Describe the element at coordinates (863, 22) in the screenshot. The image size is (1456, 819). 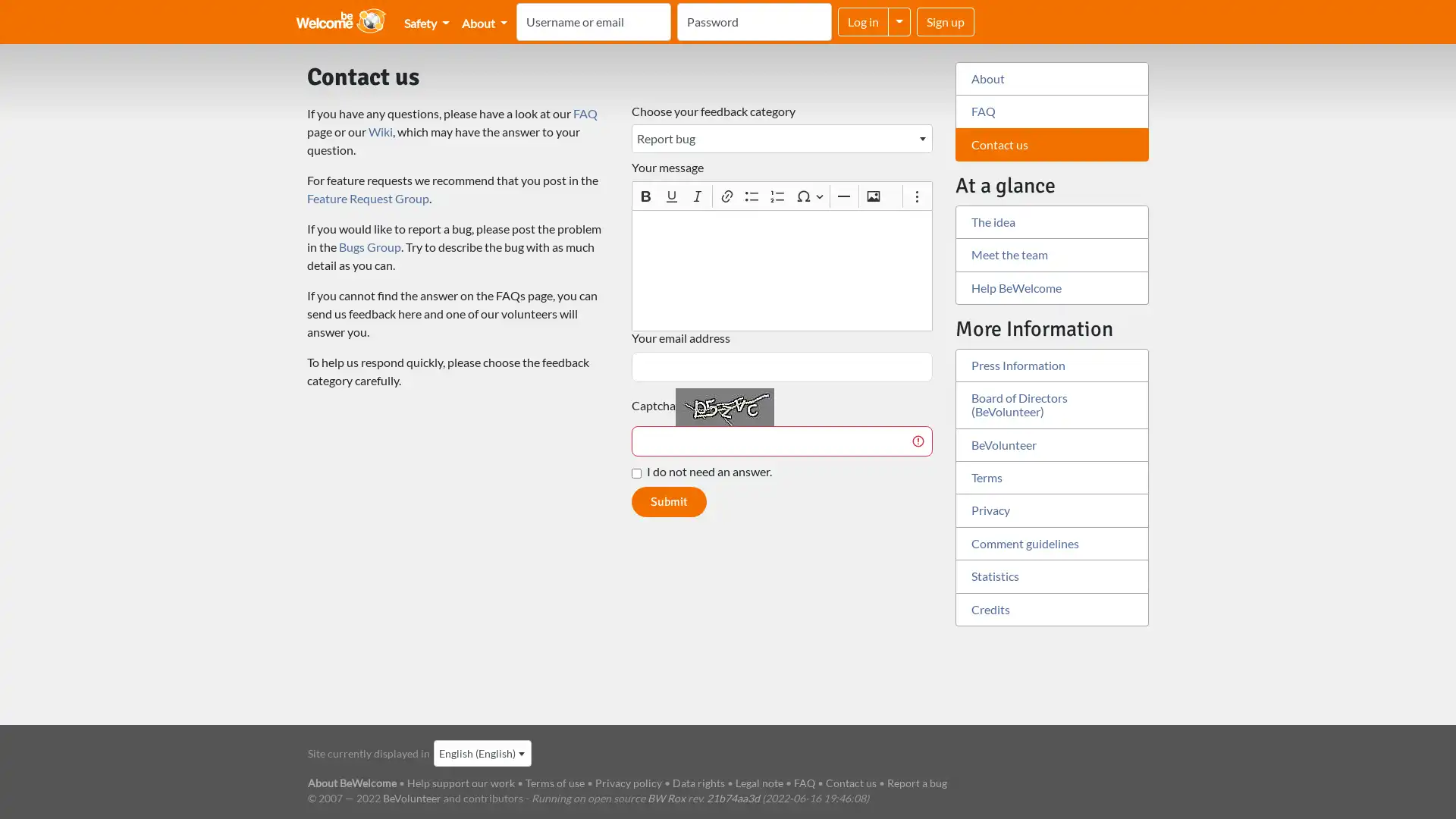
I see `Log in` at that location.